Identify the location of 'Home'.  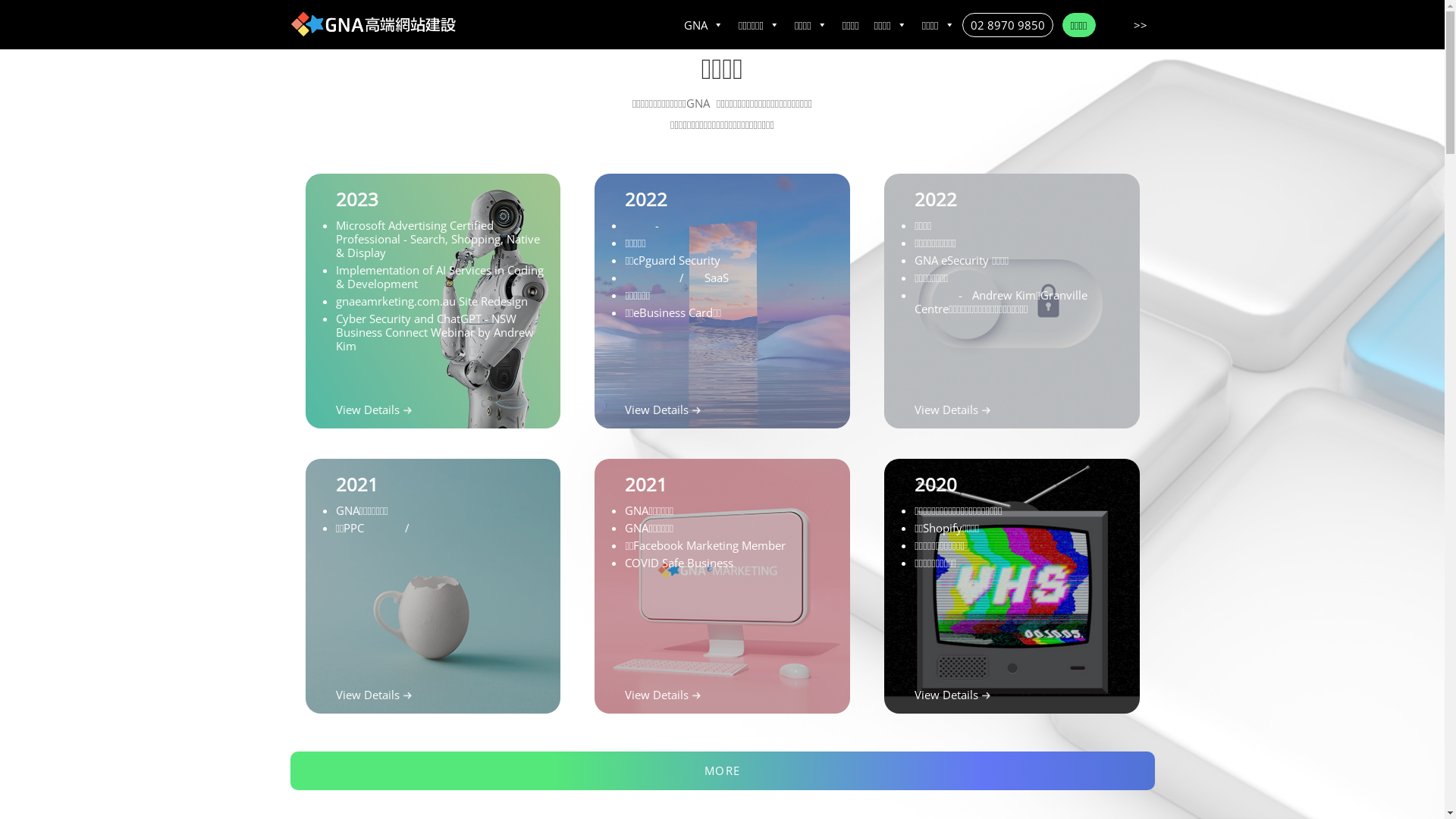
(372, 24).